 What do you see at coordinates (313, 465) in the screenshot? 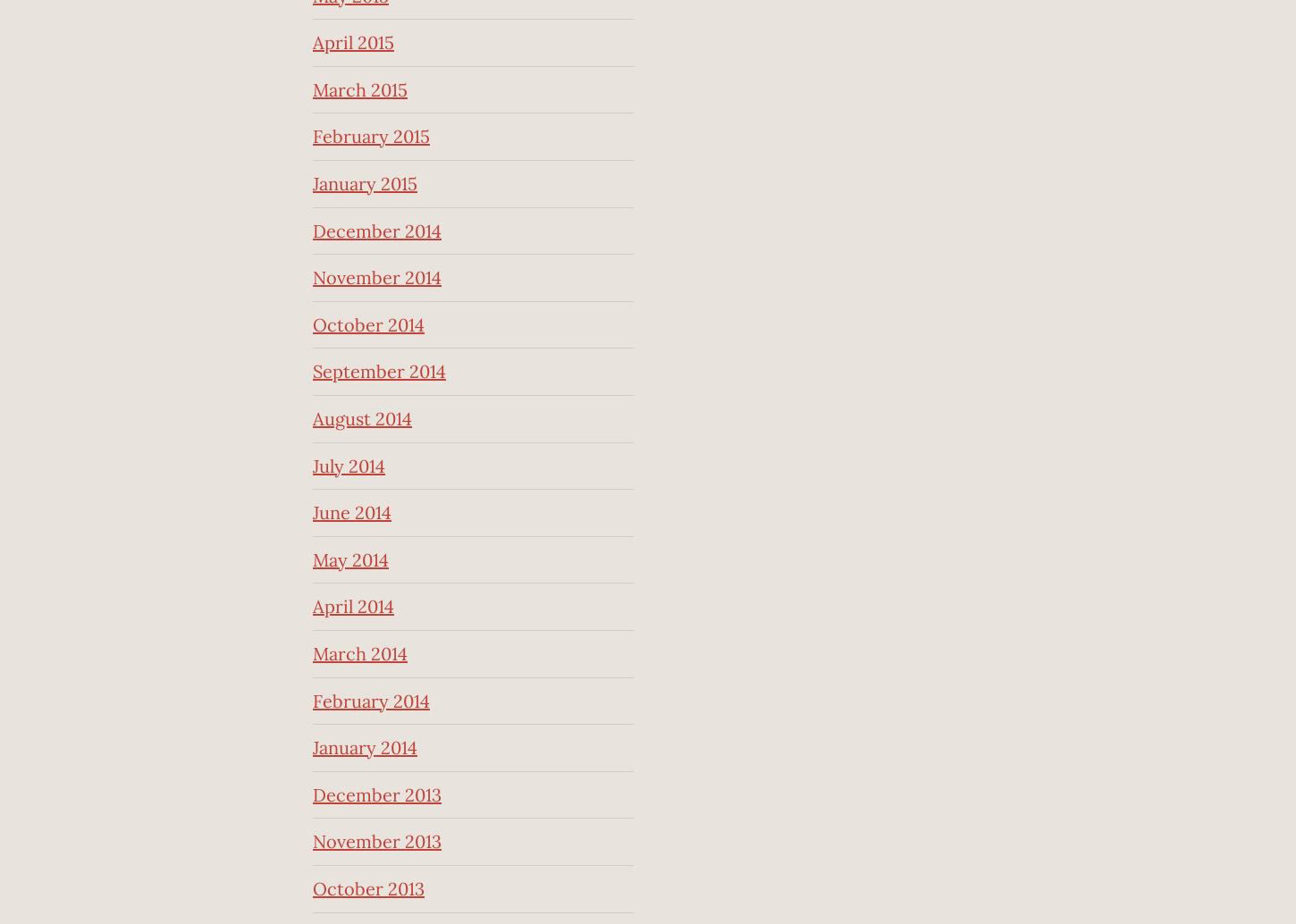
I see `'July 2014'` at bounding box center [313, 465].